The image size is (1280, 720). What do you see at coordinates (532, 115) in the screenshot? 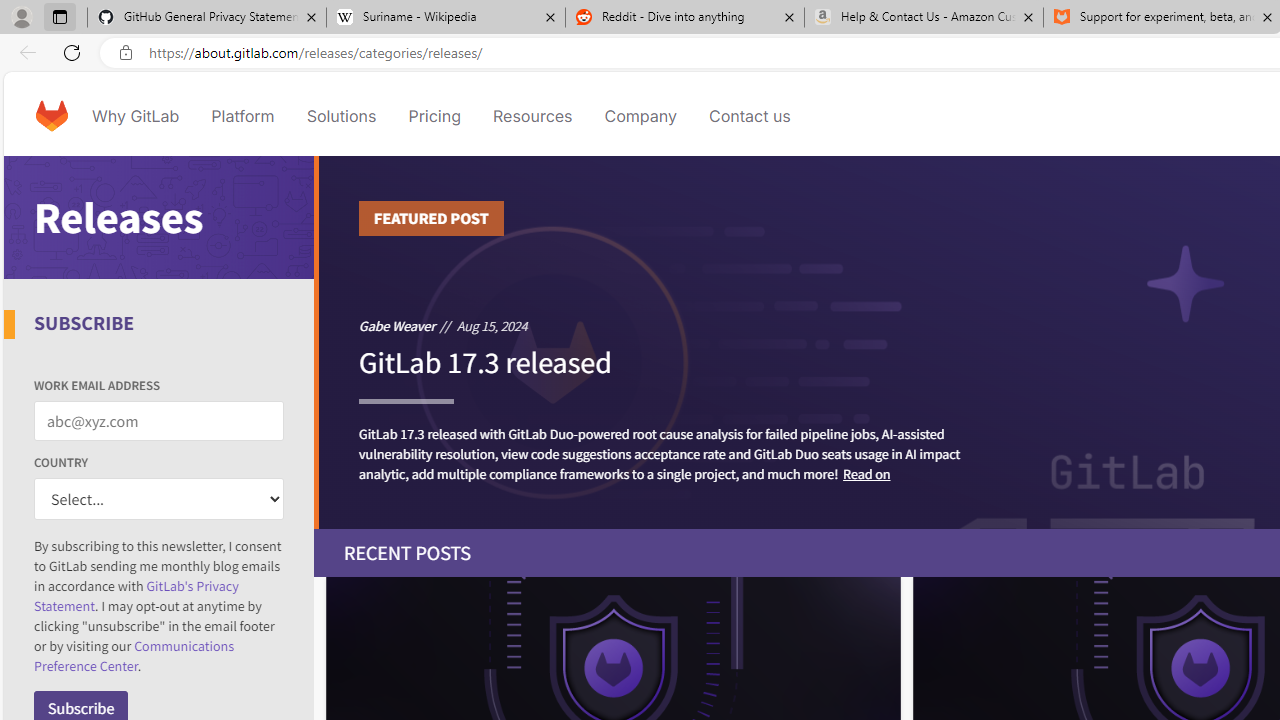
I see `'Resources'` at bounding box center [532, 115].